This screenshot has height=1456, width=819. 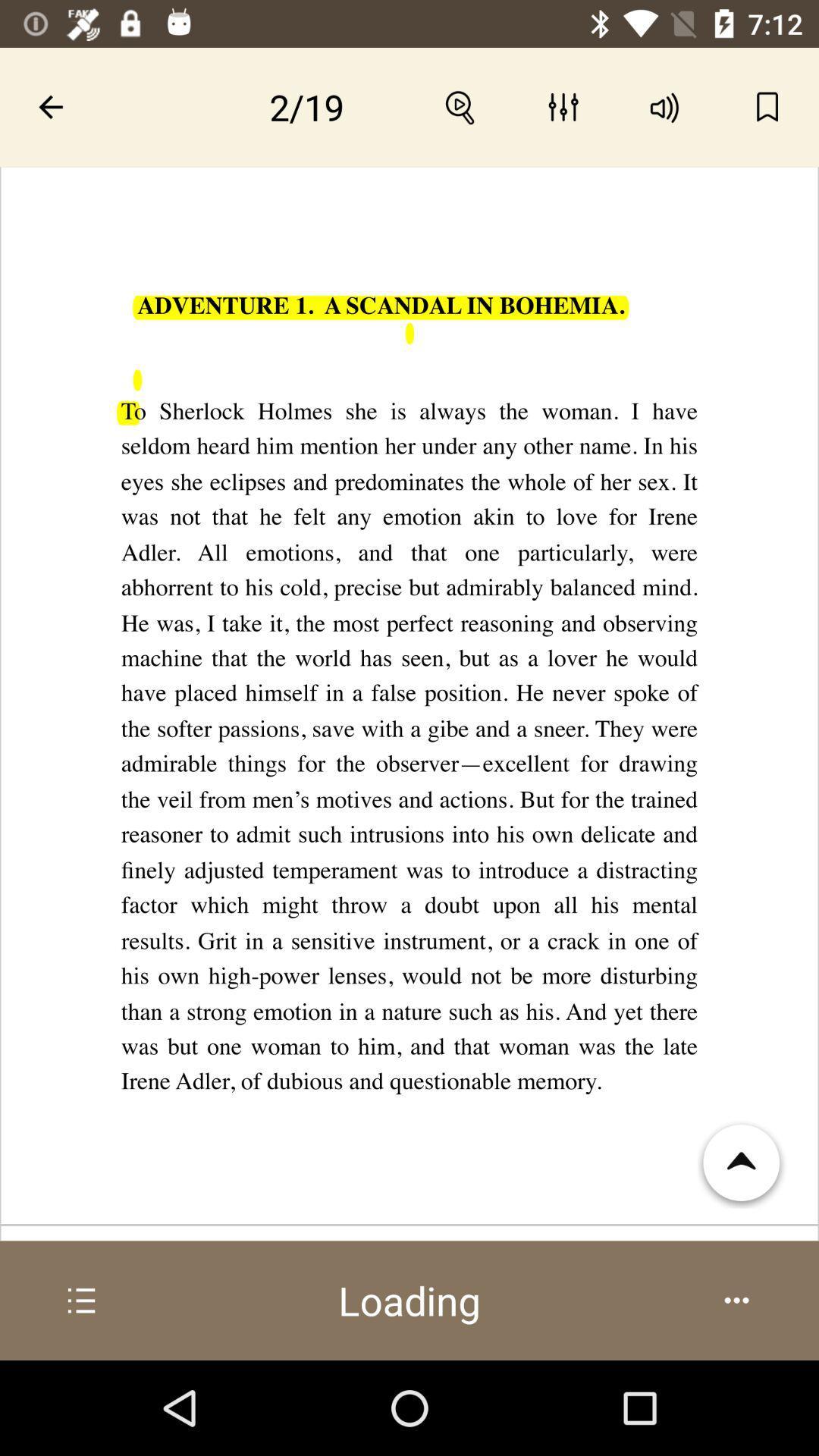 I want to click on zoom in-out option, so click(x=460, y=106).